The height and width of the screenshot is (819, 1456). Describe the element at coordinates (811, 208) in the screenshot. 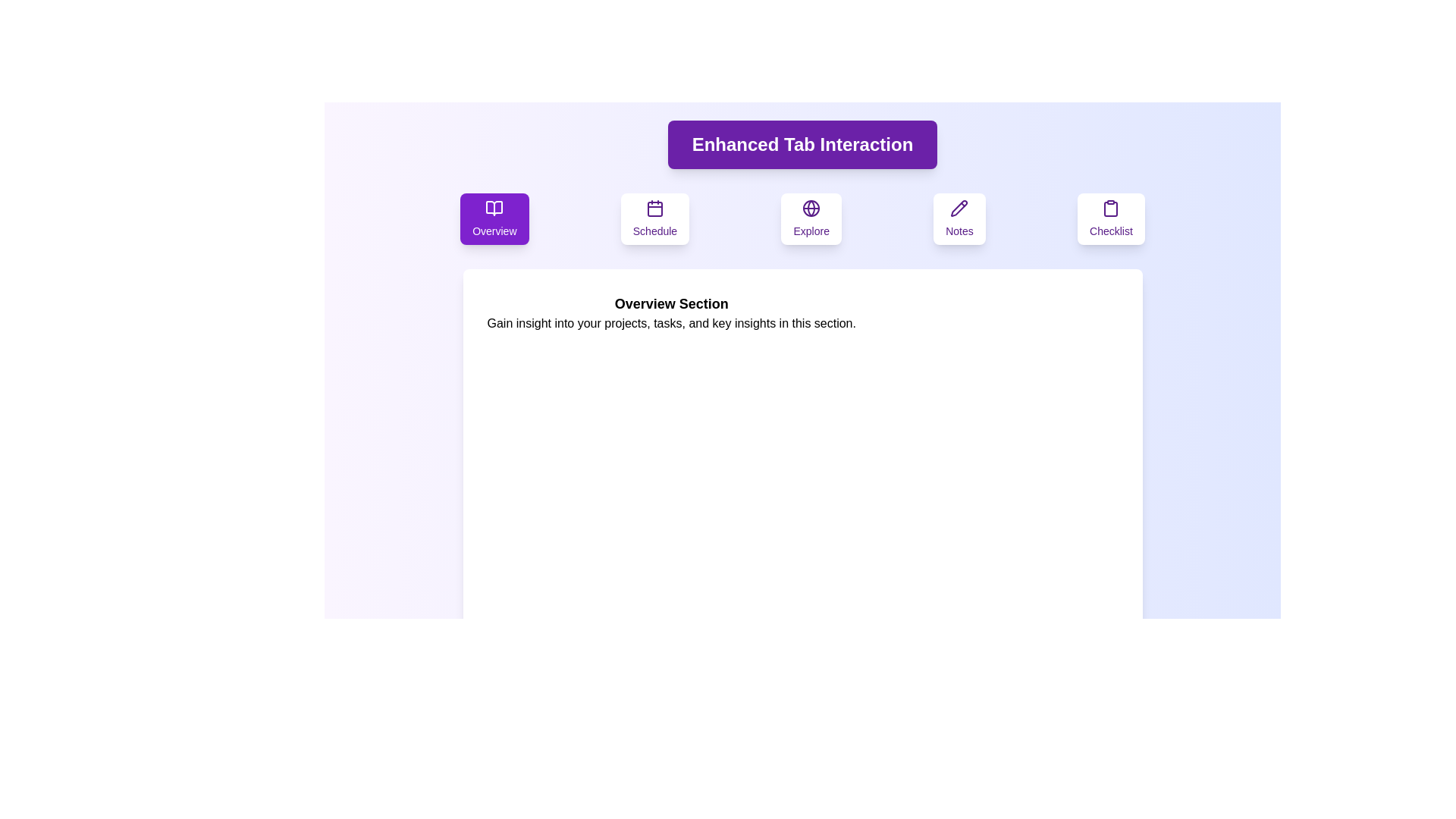

I see `the icon representing exploration or global connectivity, which is centrally located within the 'Explore' button, the third button in the navigation options` at that location.